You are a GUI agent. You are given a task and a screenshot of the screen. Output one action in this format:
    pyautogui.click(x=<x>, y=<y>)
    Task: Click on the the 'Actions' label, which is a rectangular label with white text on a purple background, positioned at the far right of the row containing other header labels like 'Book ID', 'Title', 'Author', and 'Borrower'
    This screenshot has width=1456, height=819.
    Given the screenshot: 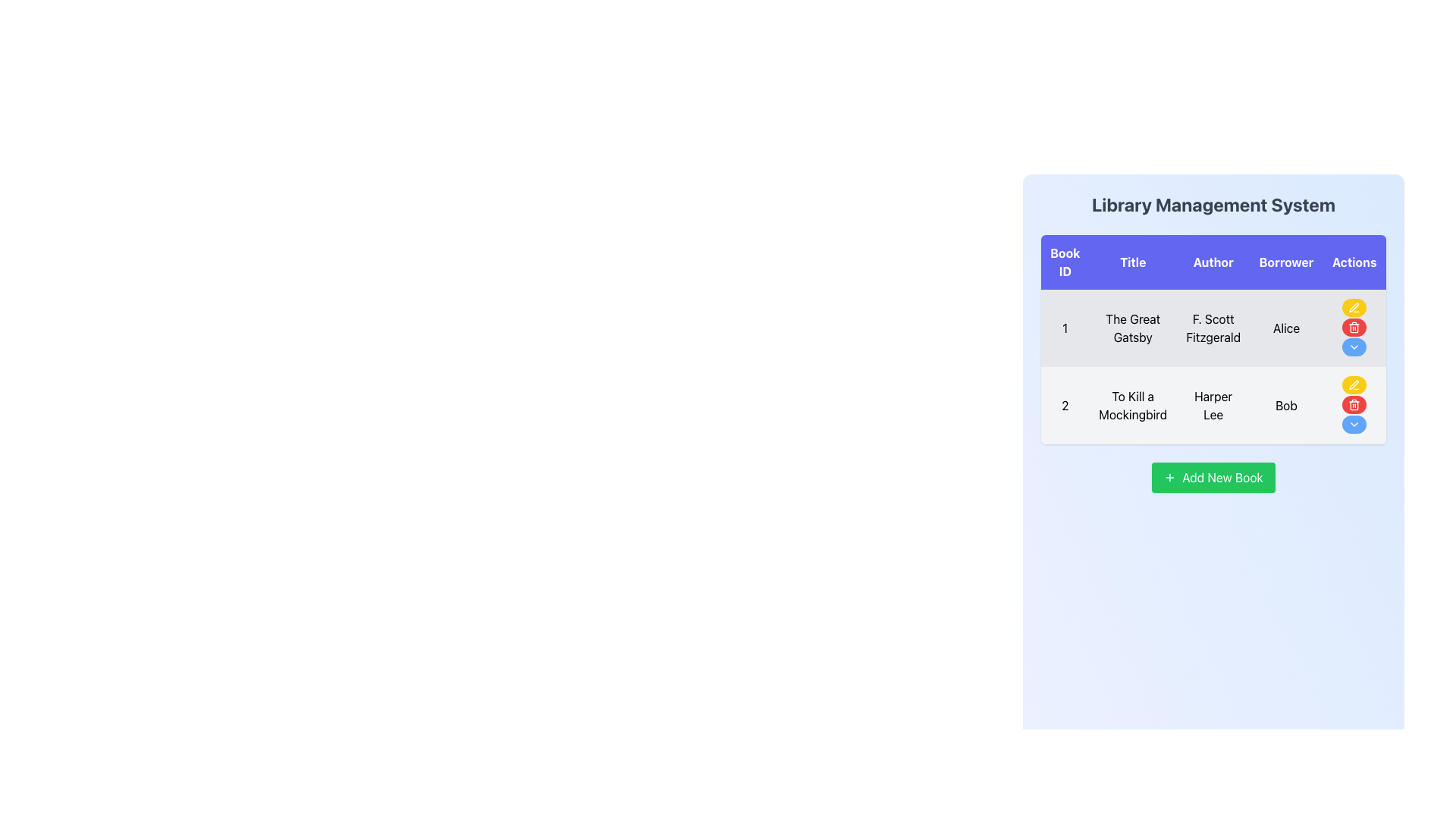 What is the action you would take?
    pyautogui.click(x=1354, y=262)
    